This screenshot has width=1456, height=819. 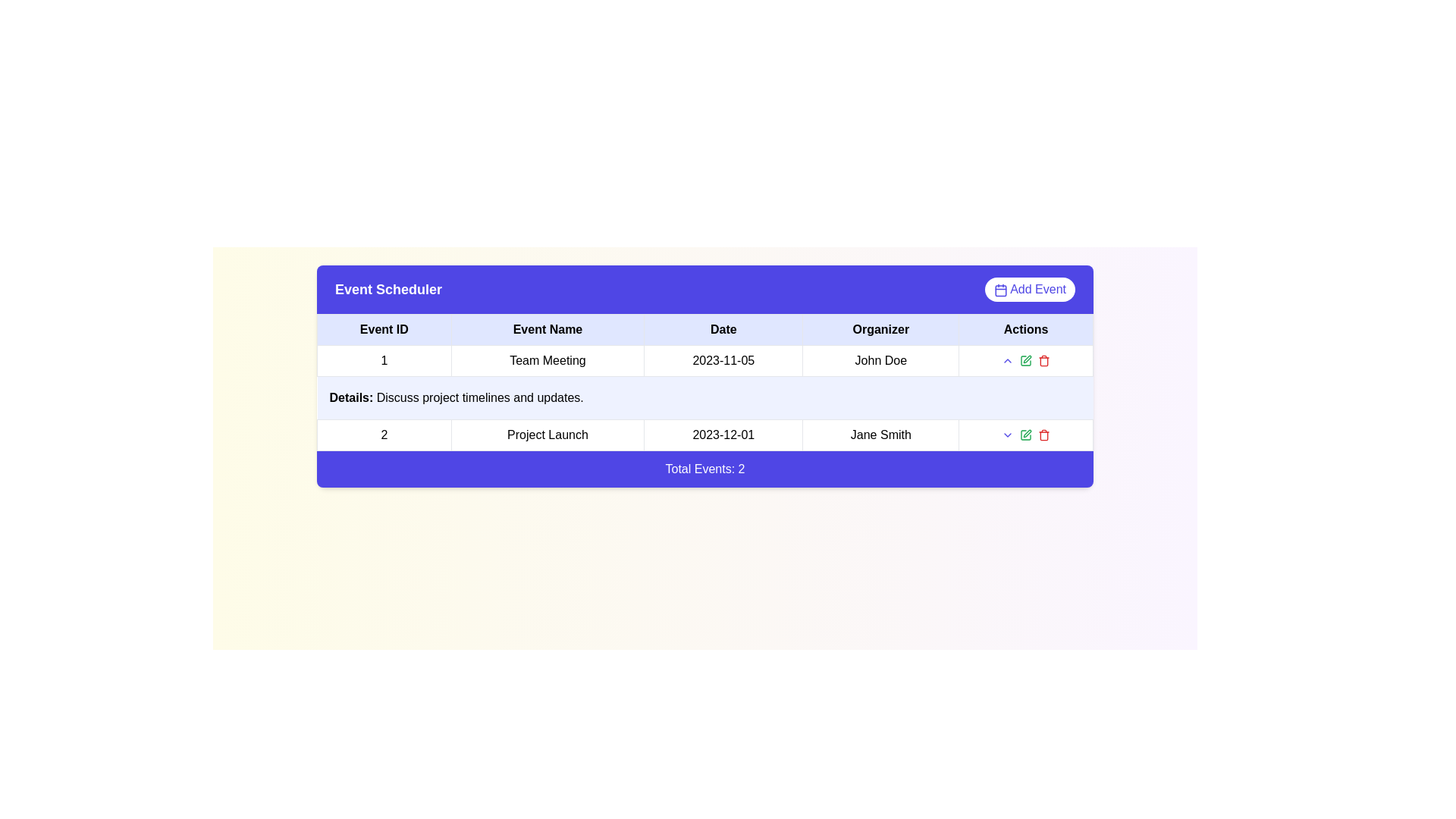 What do you see at coordinates (1000, 290) in the screenshot?
I see `the small rectangular decorative element inside the calendar icon located in the top-right corner of the interface` at bounding box center [1000, 290].